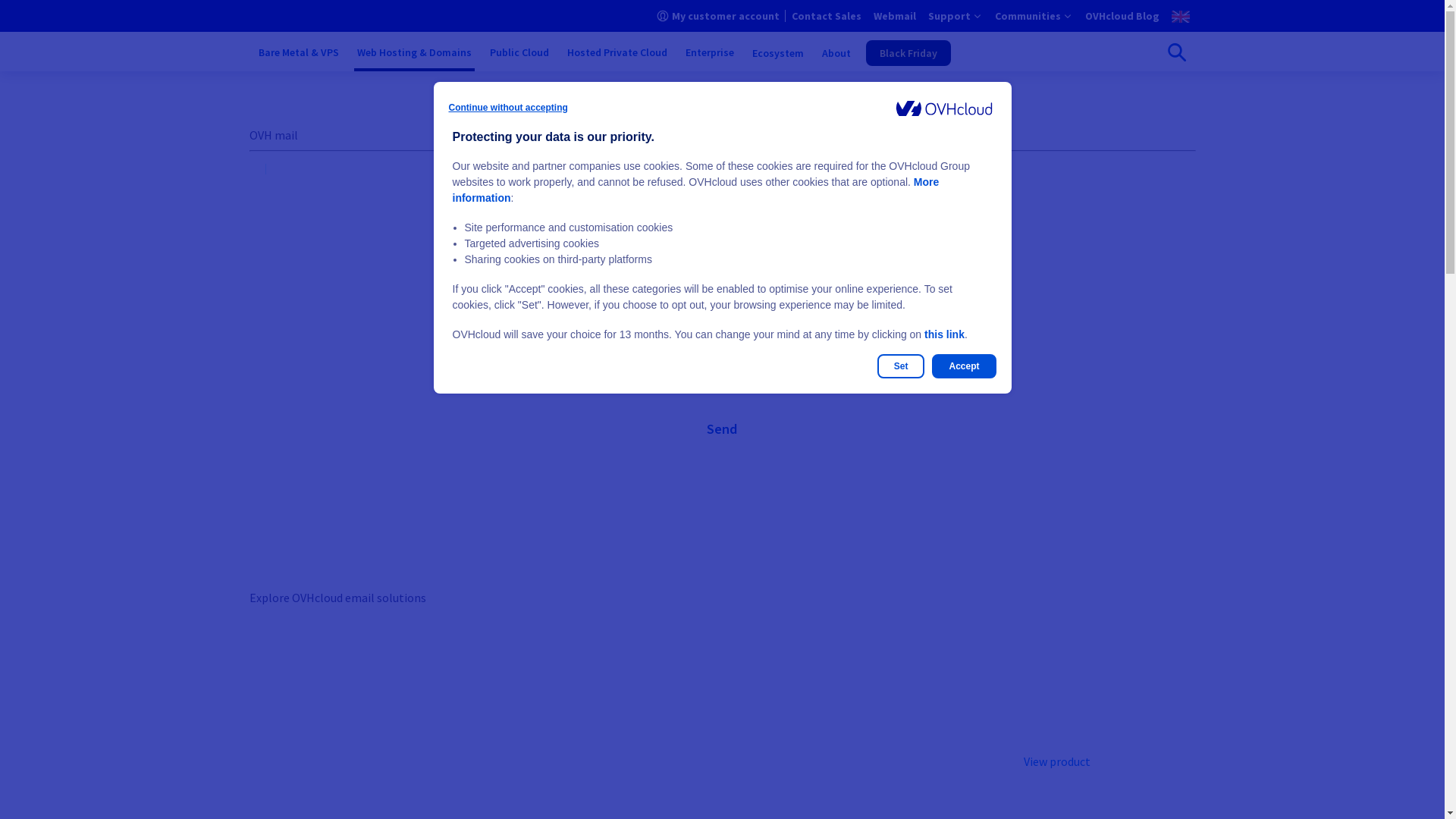  What do you see at coordinates (487, 52) in the screenshot?
I see `'Public Cloud'` at bounding box center [487, 52].